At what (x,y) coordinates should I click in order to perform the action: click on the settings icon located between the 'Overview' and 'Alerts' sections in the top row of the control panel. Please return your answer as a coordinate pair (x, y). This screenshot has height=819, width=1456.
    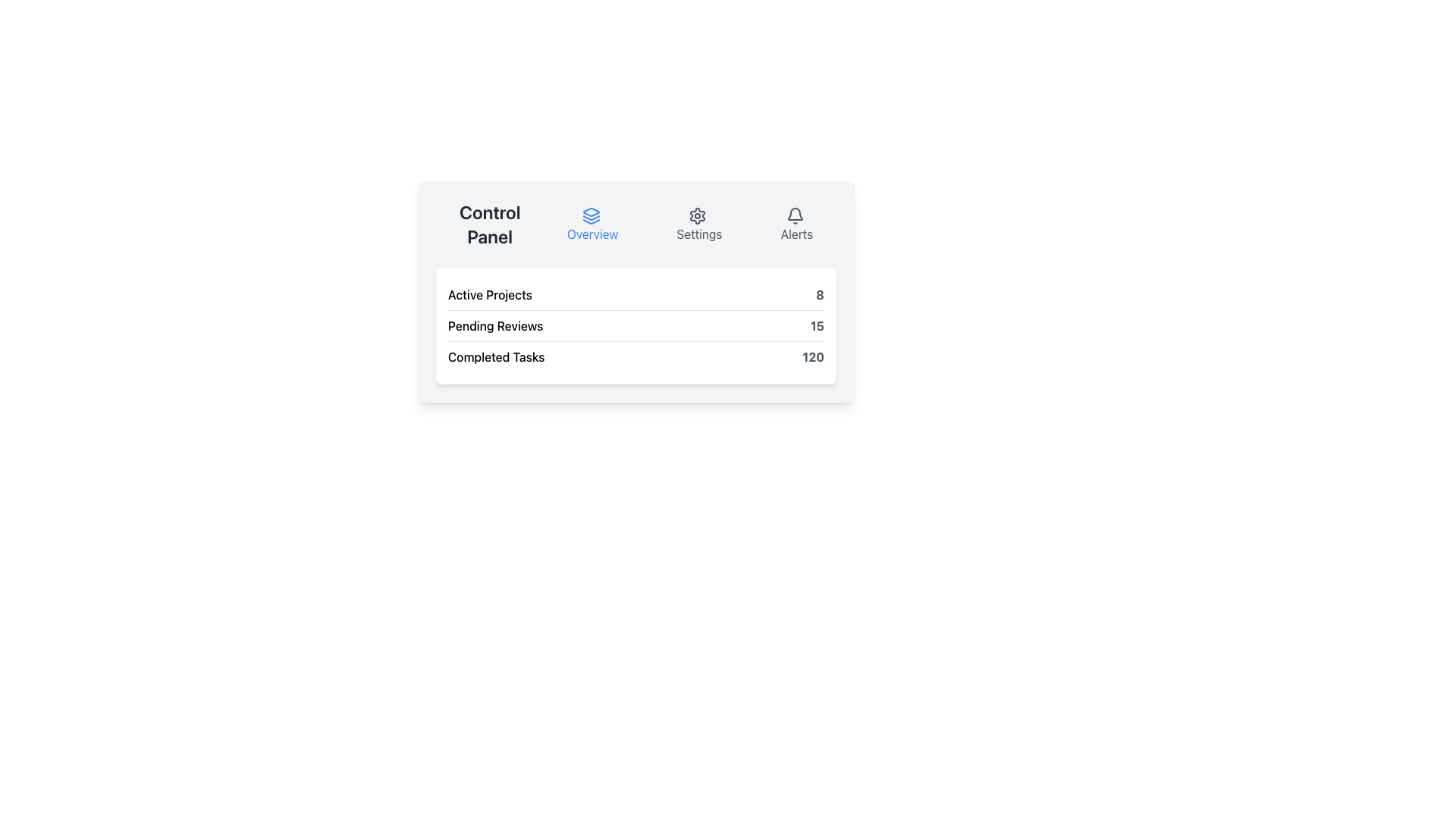
    Looking at the image, I should click on (697, 215).